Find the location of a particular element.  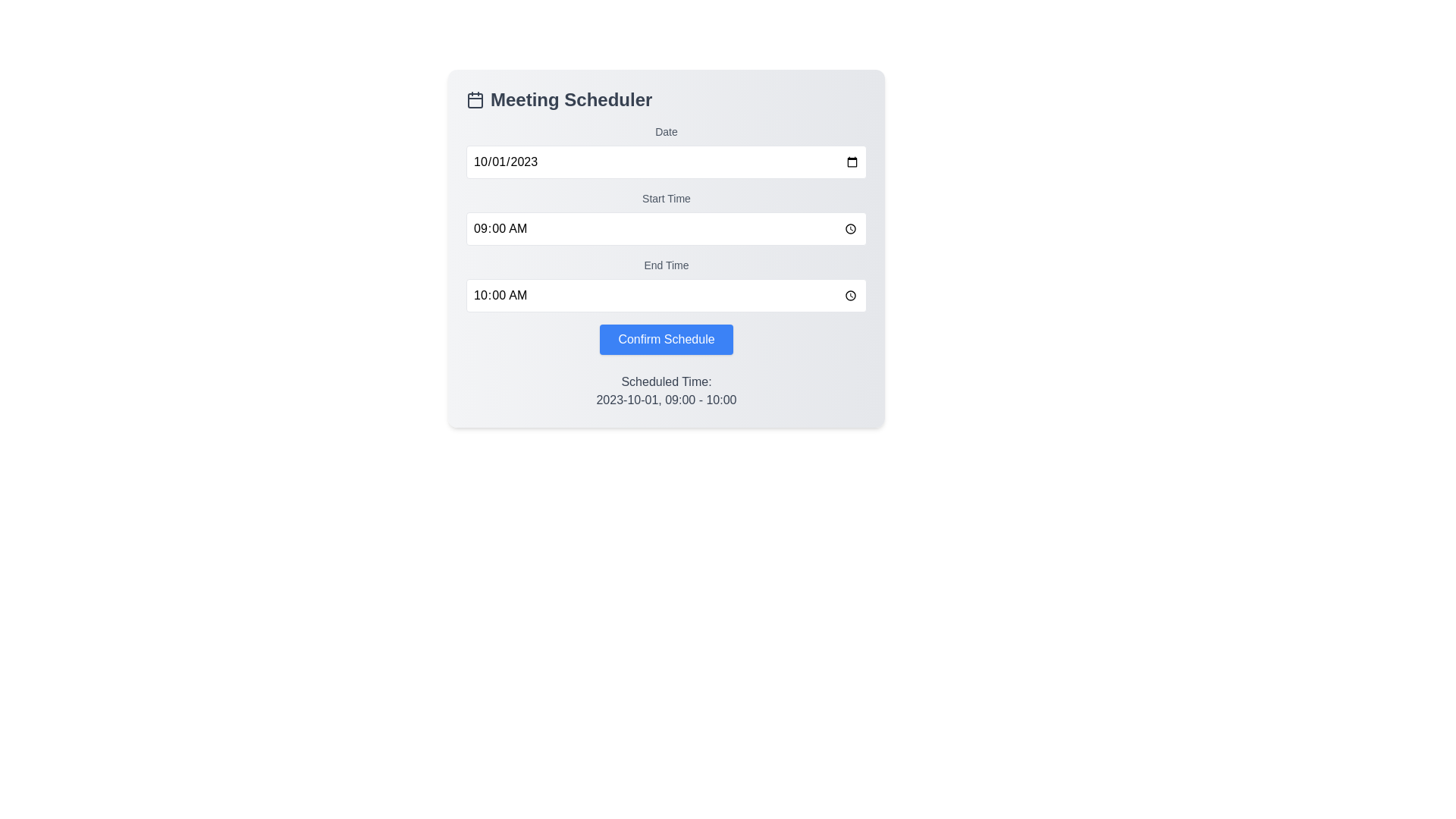

the rectangular graphical component with slightly rounded corners located within the calendar icon next to the 'Meeting Scheduler' text is located at coordinates (475, 100).